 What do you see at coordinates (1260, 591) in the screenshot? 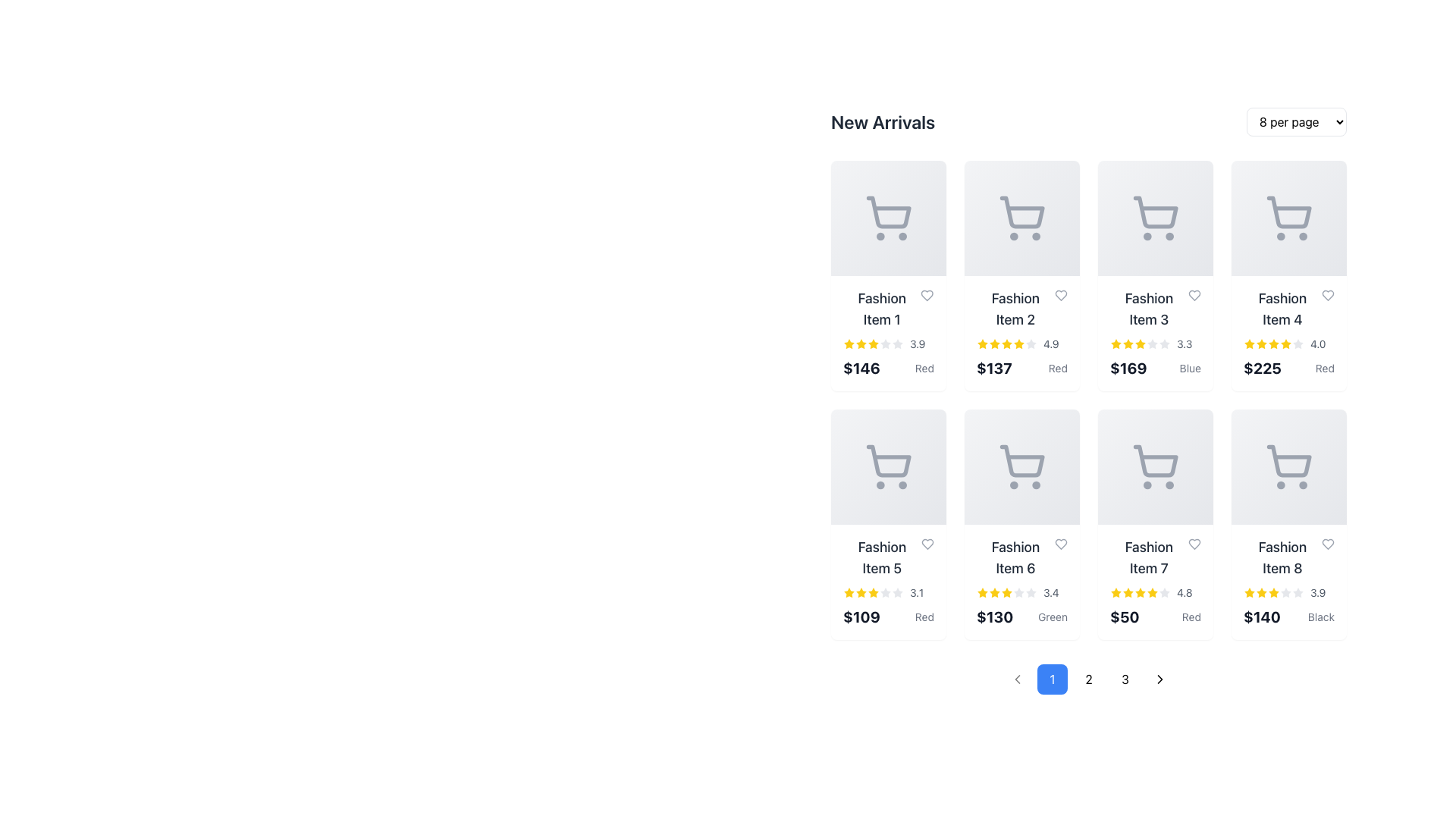
I see `the third star in the rating row for 'Fashion Item 8' to change the rating` at bounding box center [1260, 591].